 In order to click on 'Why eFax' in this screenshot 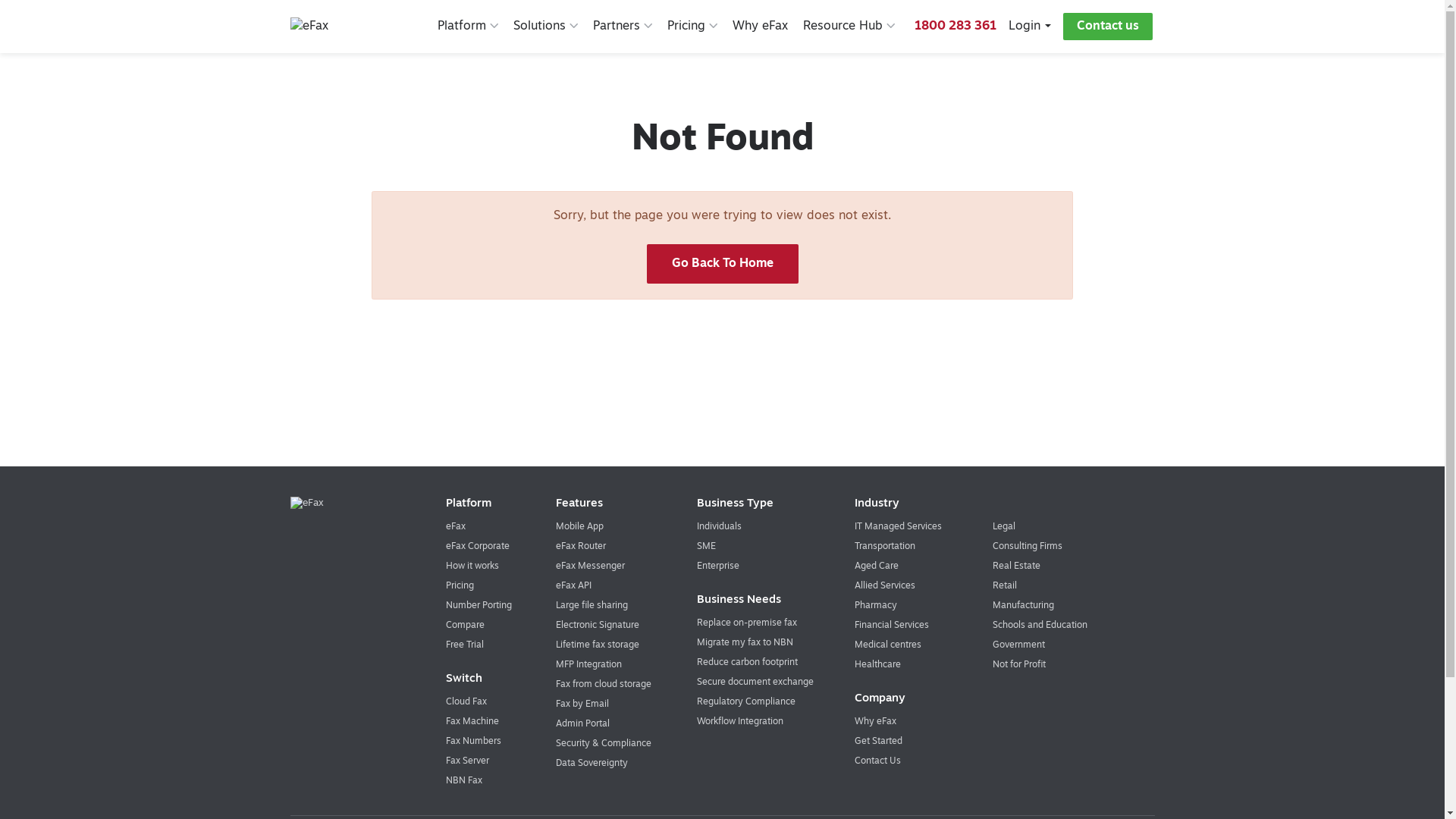, I will do `click(760, 26)`.